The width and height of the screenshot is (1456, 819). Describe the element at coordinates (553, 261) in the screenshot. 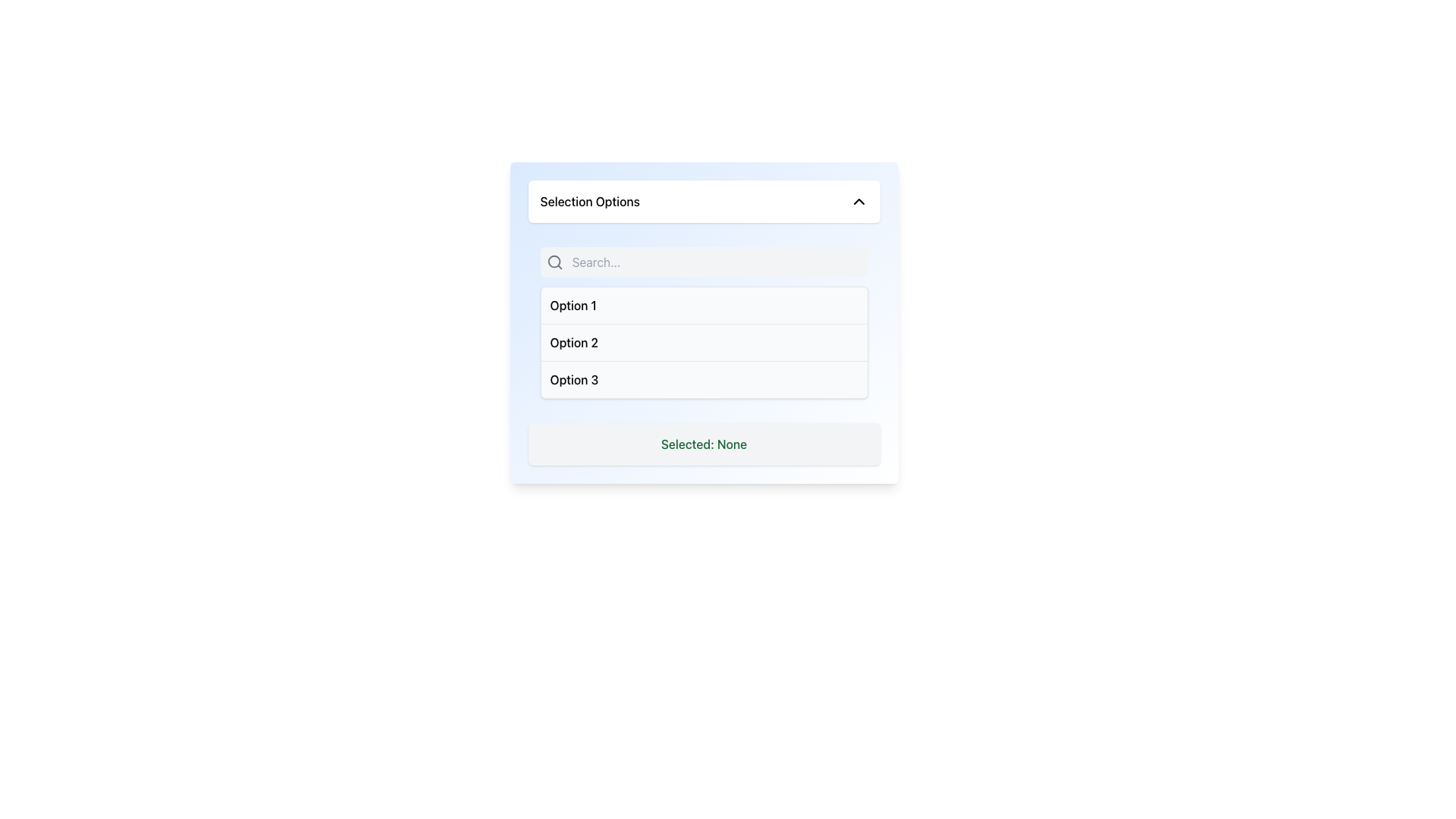

I see `the magnifying glass icon's circle within the search bar interface, which is styled in gray and located to the left of the search input field` at that location.